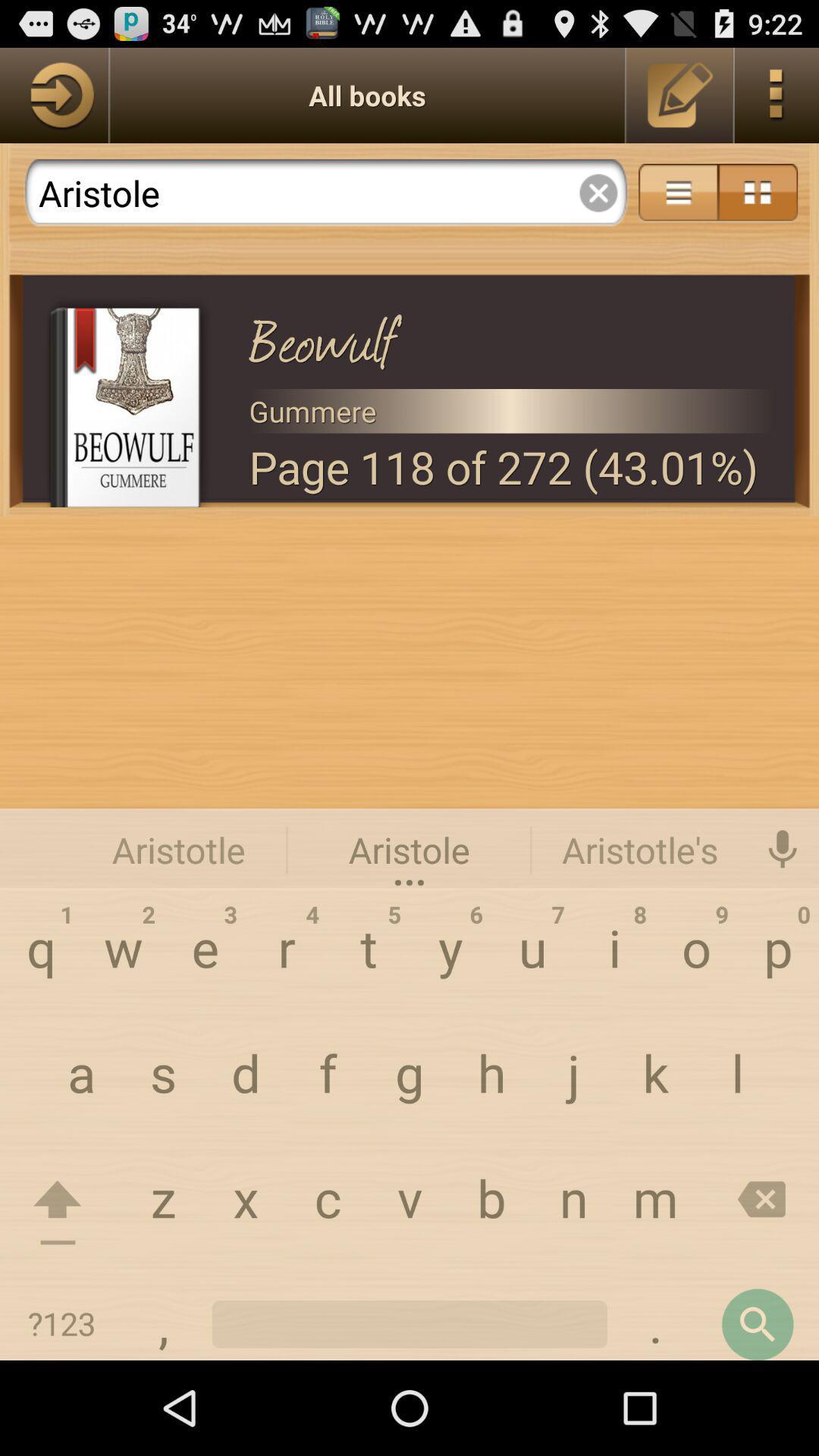 The width and height of the screenshot is (819, 1456). Describe the element at coordinates (777, 94) in the screenshot. I see `open options` at that location.